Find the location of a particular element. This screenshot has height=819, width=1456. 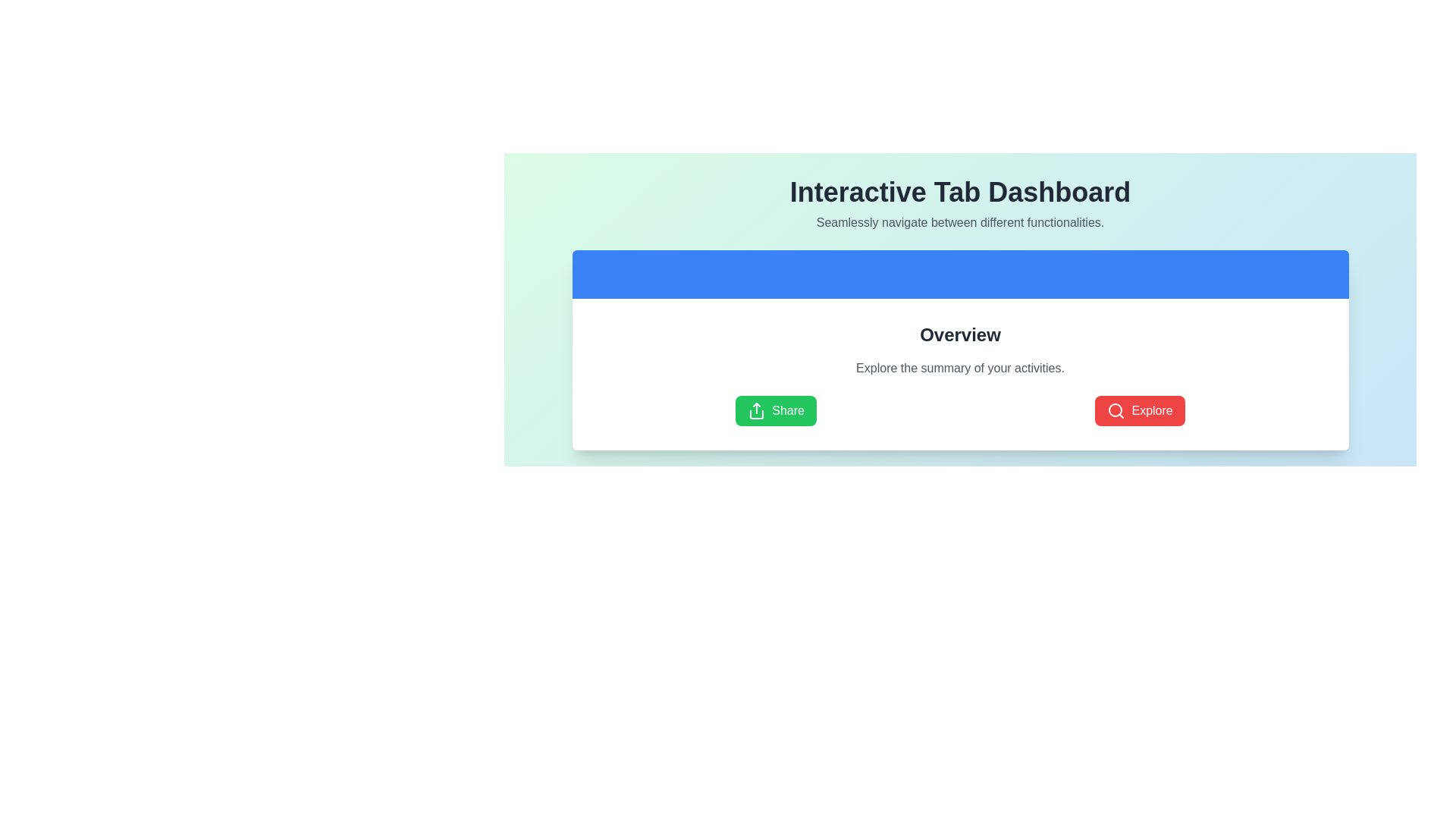

the instructional text element located beneath the blue header and above the buttons 'Share' and 'Explore' is located at coordinates (959, 369).